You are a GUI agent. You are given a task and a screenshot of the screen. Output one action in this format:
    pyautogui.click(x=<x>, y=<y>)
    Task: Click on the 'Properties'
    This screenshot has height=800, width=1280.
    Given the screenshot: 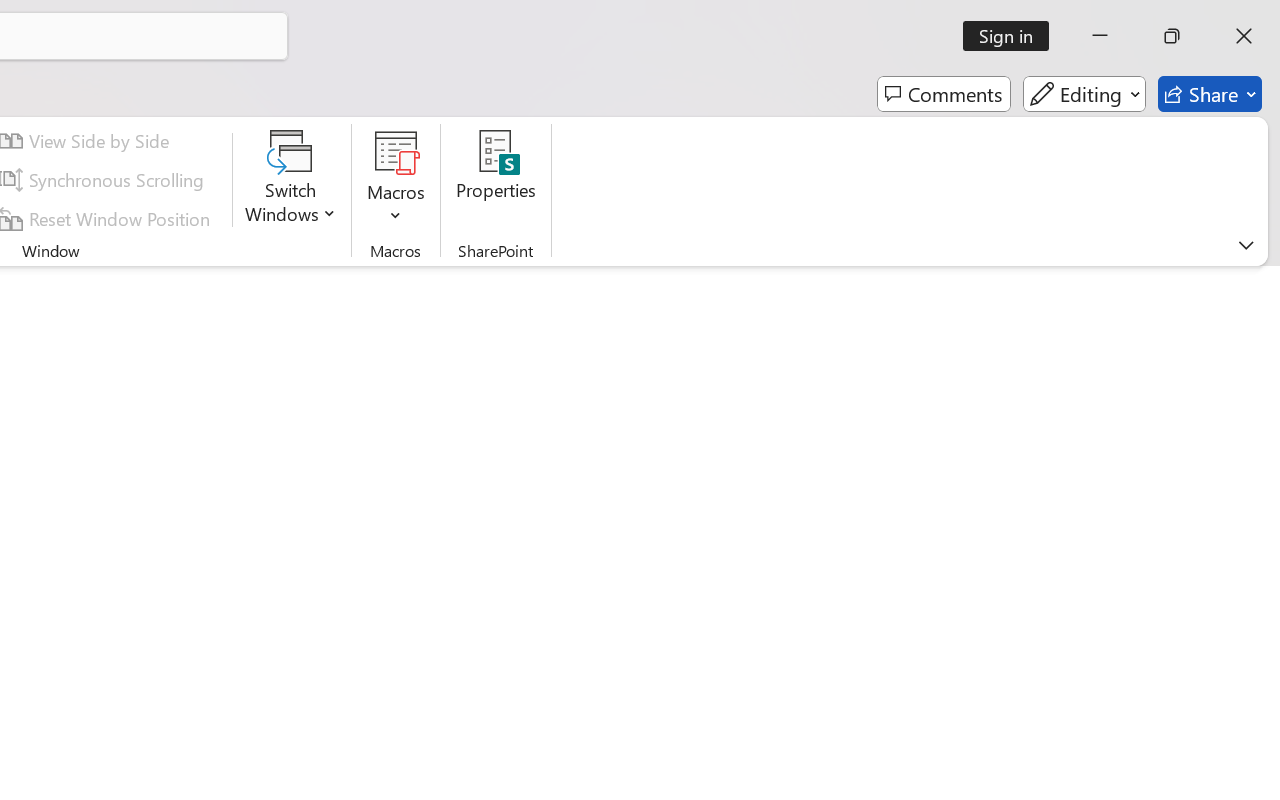 What is the action you would take?
    pyautogui.click(x=496, y=179)
    